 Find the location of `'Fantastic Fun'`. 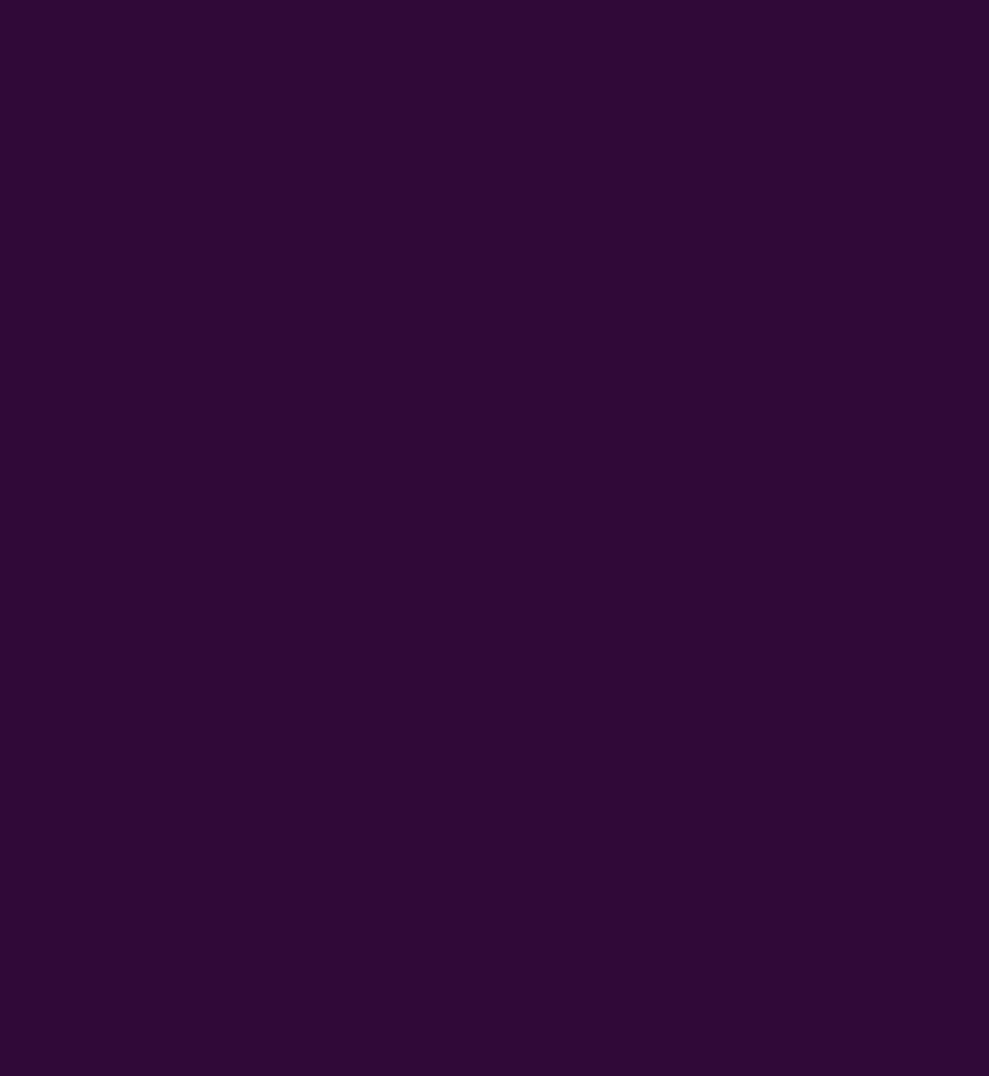

'Fantastic Fun' is located at coordinates (112, 864).